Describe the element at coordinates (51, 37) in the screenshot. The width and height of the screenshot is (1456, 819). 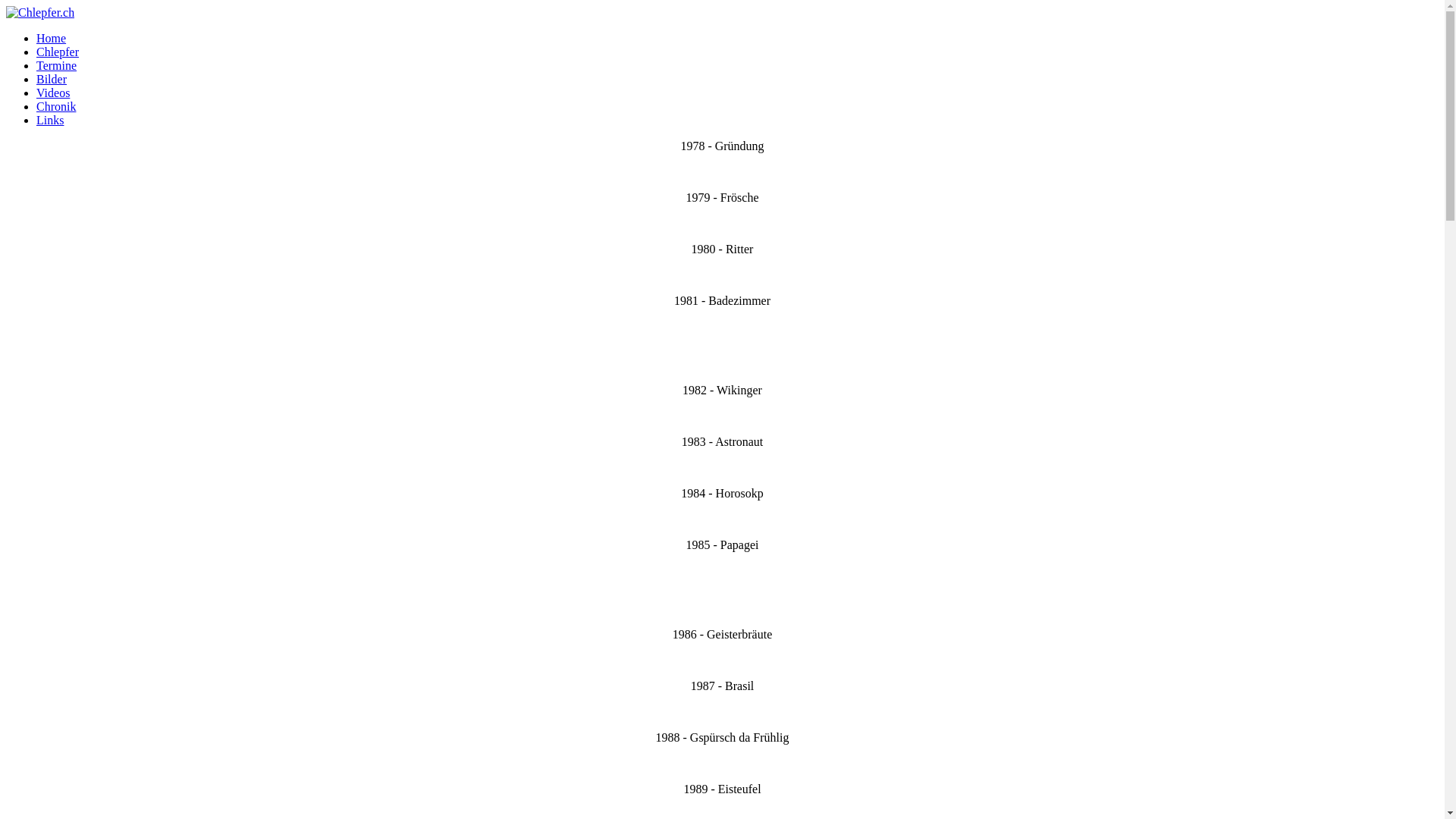
I see `'Home'` at that location.